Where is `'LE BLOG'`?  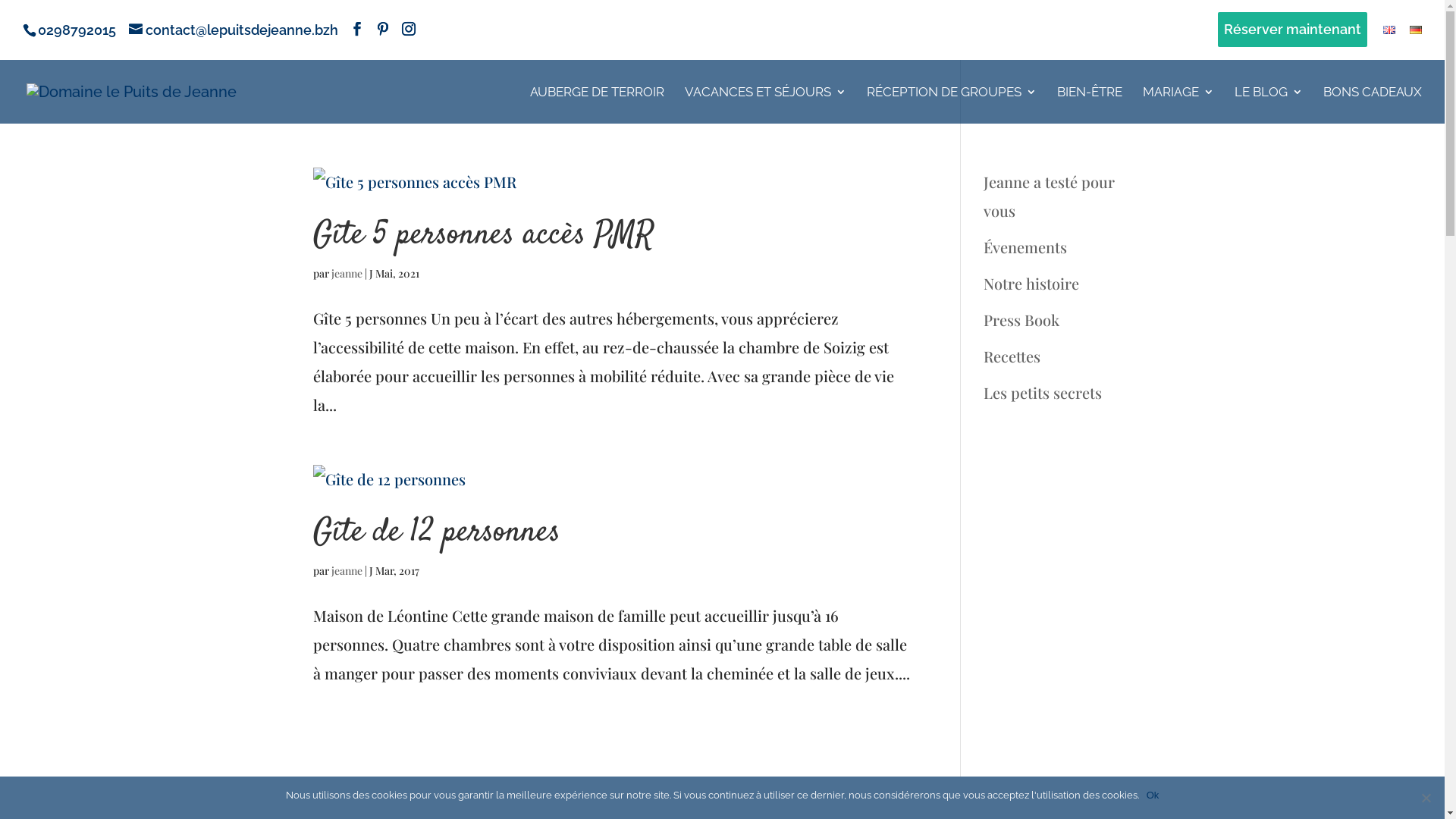 'LE BLOG' is located at coordinates (1269, 104).